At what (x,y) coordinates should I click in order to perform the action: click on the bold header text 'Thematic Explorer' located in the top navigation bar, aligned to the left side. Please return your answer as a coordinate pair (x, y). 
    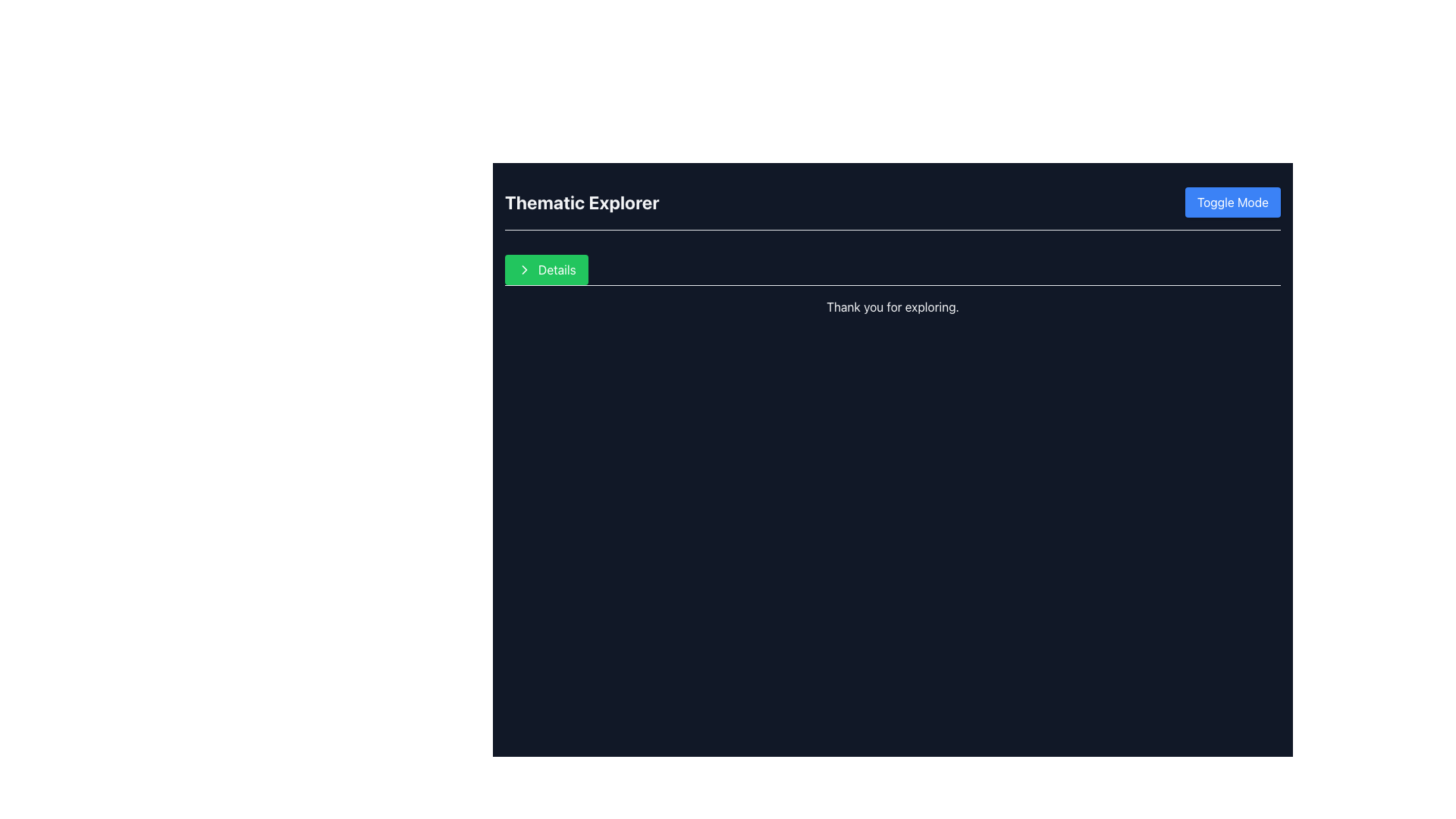
    Looking at the image, I should click on (581, 201).